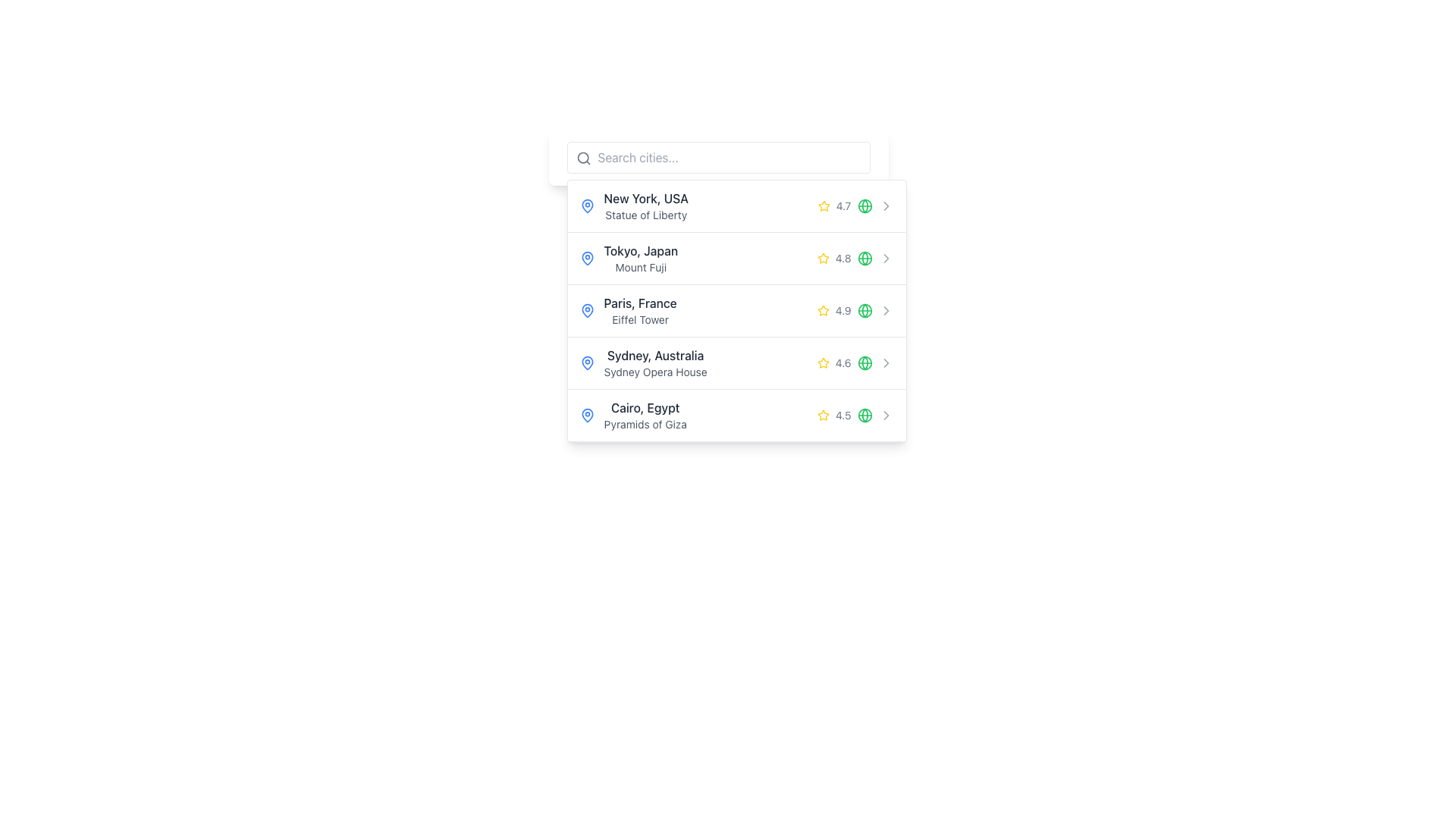 The width and height of the screenshot is (1456, 819). I want to click on the fourth list item displaying 'Sydney, Australia', so click(736, 363).